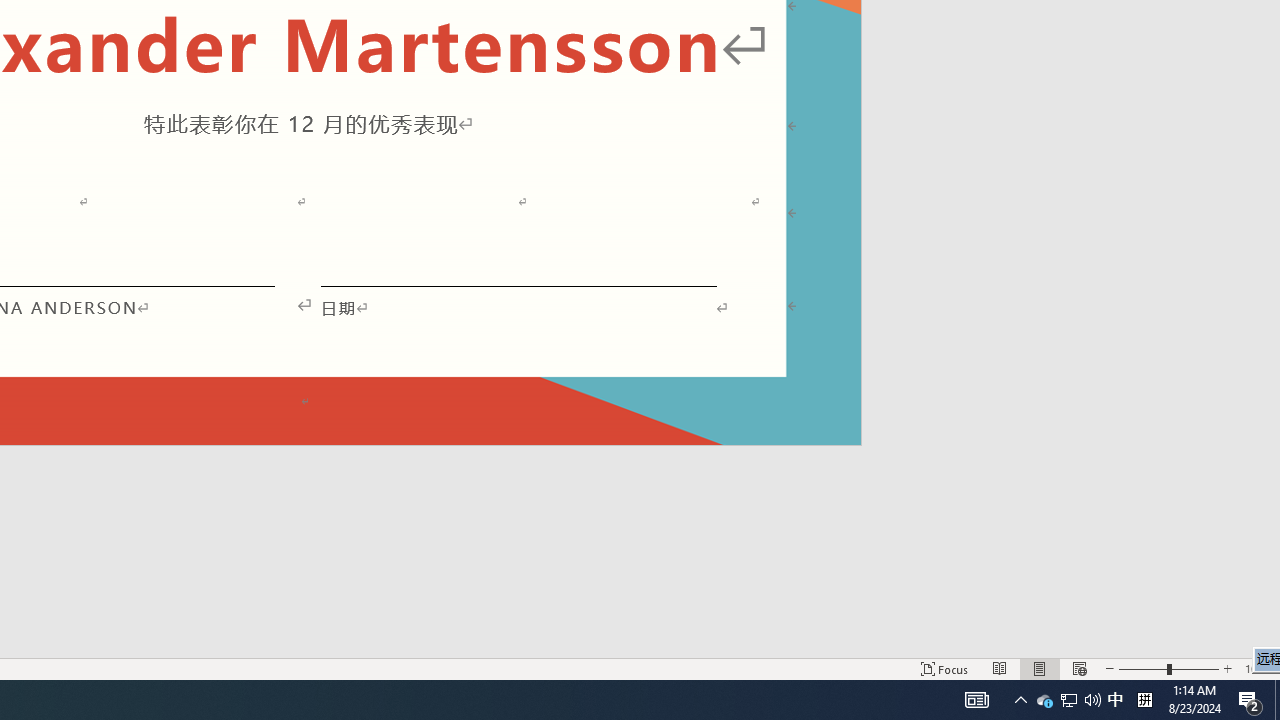 The width and height of the screenshot is (1280, 720). What do you see at coordinates (1257, 669) in the screenshot?
I see `'Zoom 100%'` at bounding box center [1257, 669].